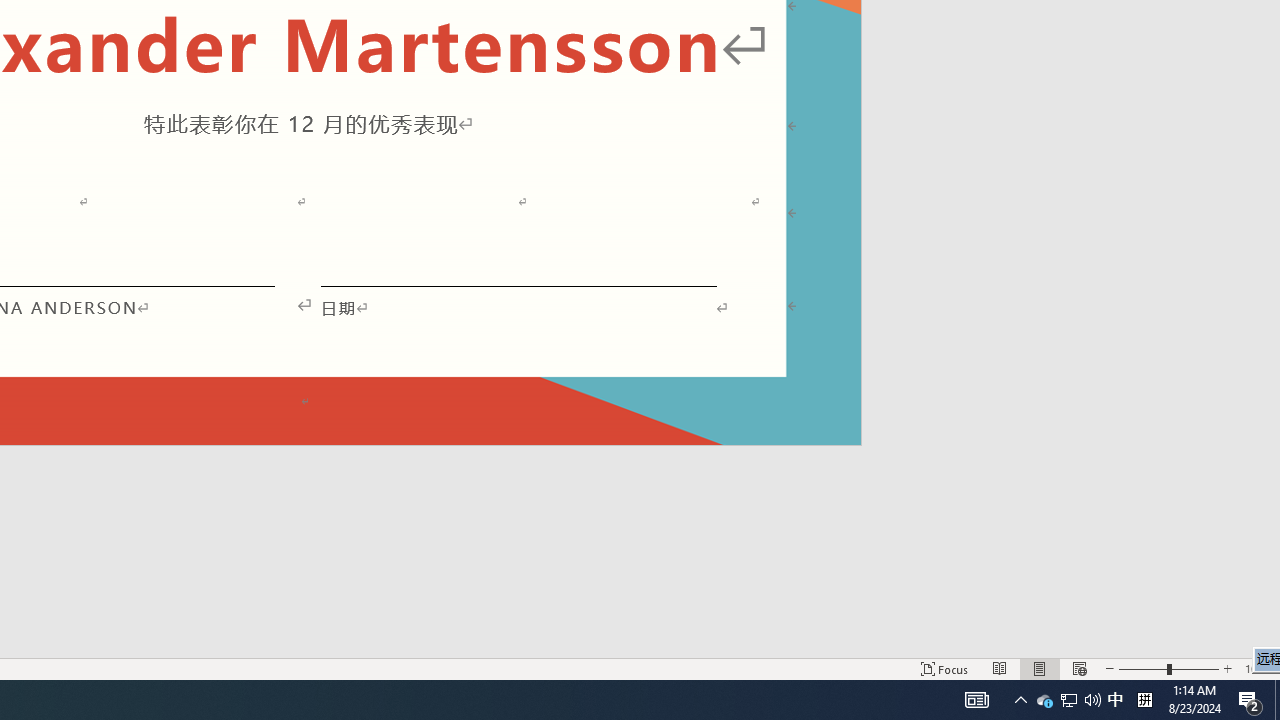 The width and height of the screenshot is (1280, 720). What do you see at coordinates (1257, 669) in the screenshot?
I see `'Zoom 100%'` at bounding box center [1257, 669].